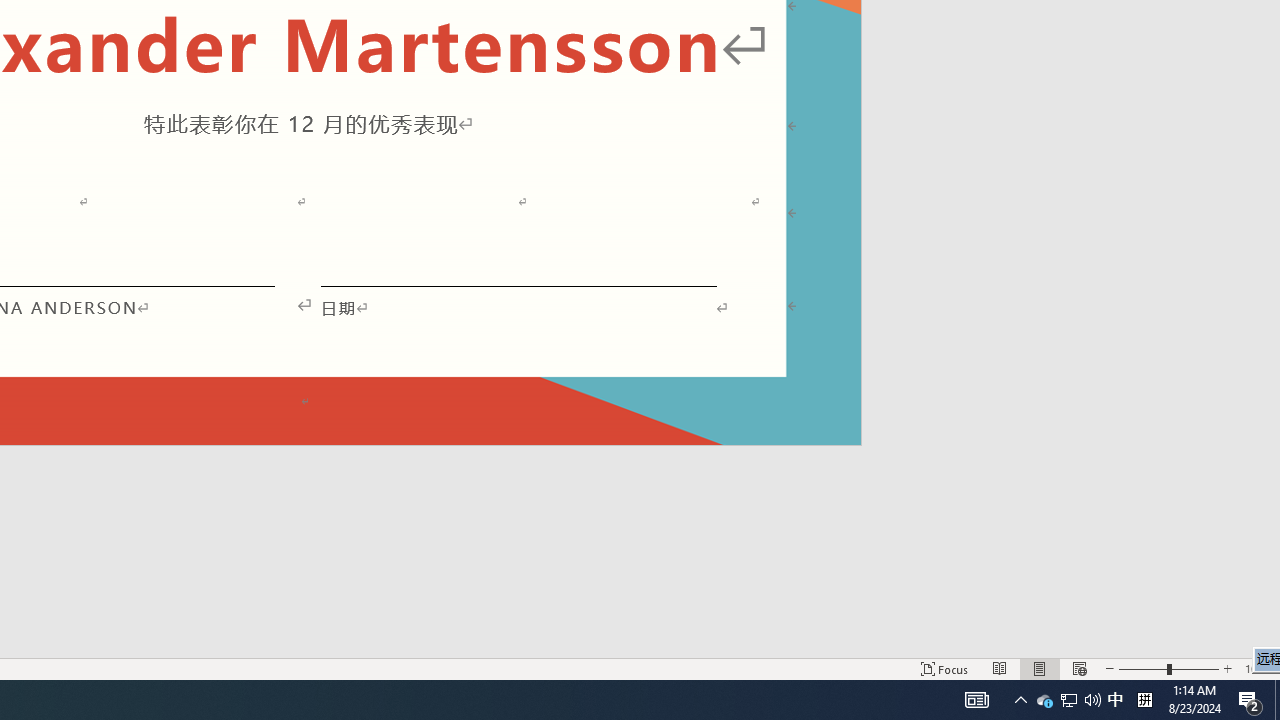 The width and height of the screenshot is (1280, 720). What do you see at coordinates (1257, 669) in the screenshot?
I see `'Zoom 100%'` at bounding box center [1257, 669].